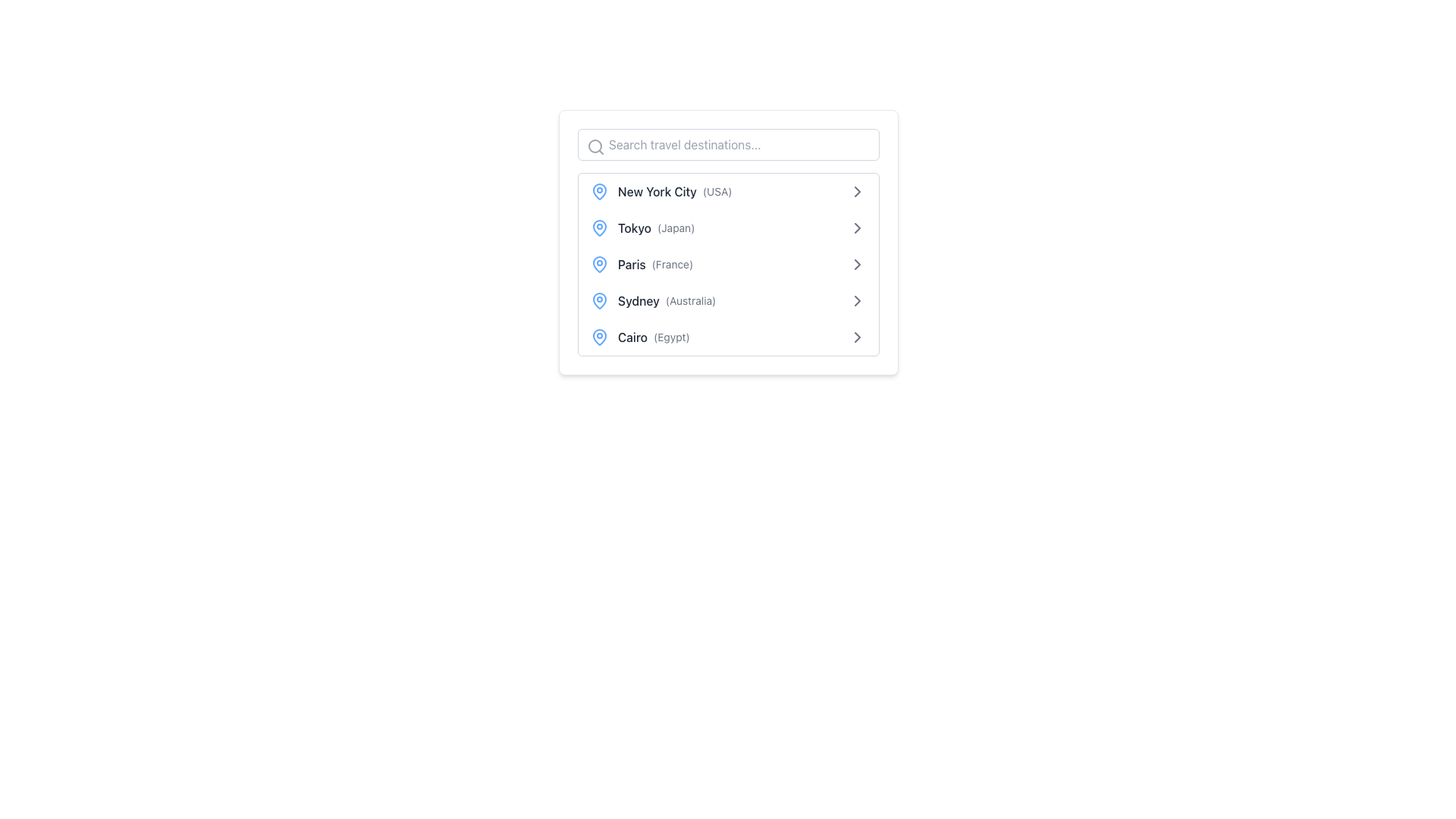 This screenshot has height=819, width=1456. What do you see at coordinates (728, 263) in the screenshot?
I see `the list item displaying 'Paris (France)'` at bounding box center [728, 263].